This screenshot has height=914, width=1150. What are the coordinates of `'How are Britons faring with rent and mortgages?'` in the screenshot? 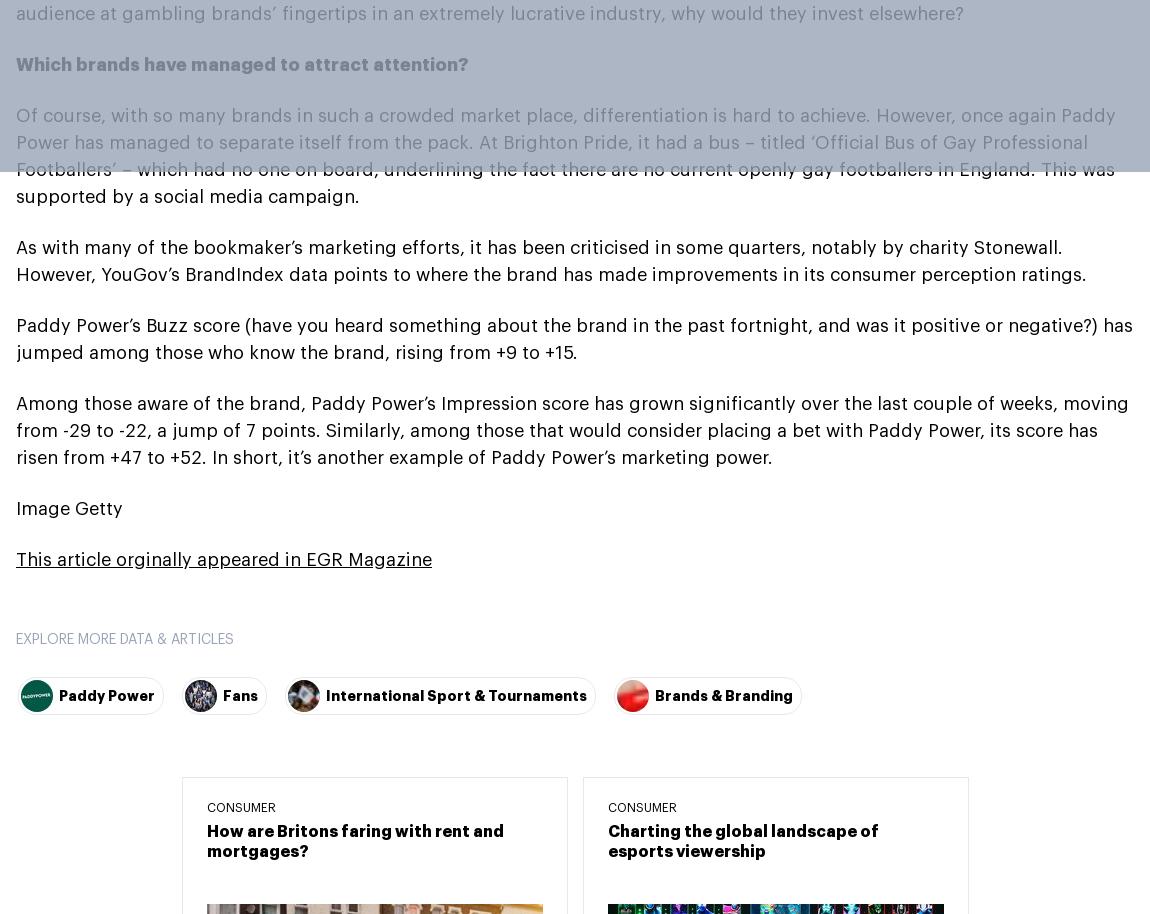 It's located at (354, 840).